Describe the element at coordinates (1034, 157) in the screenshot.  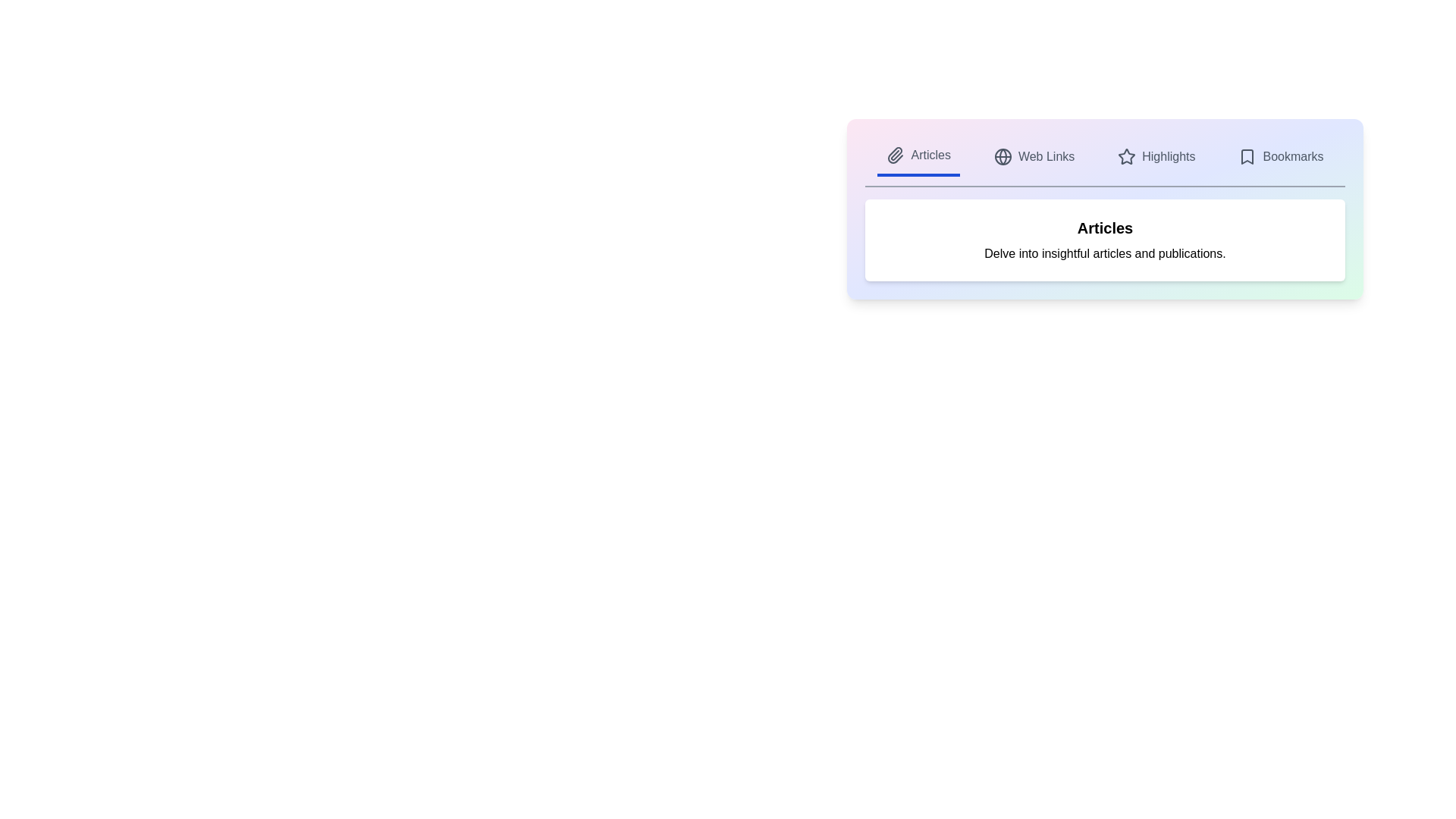
I see `the tab labeled Web Links` at that location.